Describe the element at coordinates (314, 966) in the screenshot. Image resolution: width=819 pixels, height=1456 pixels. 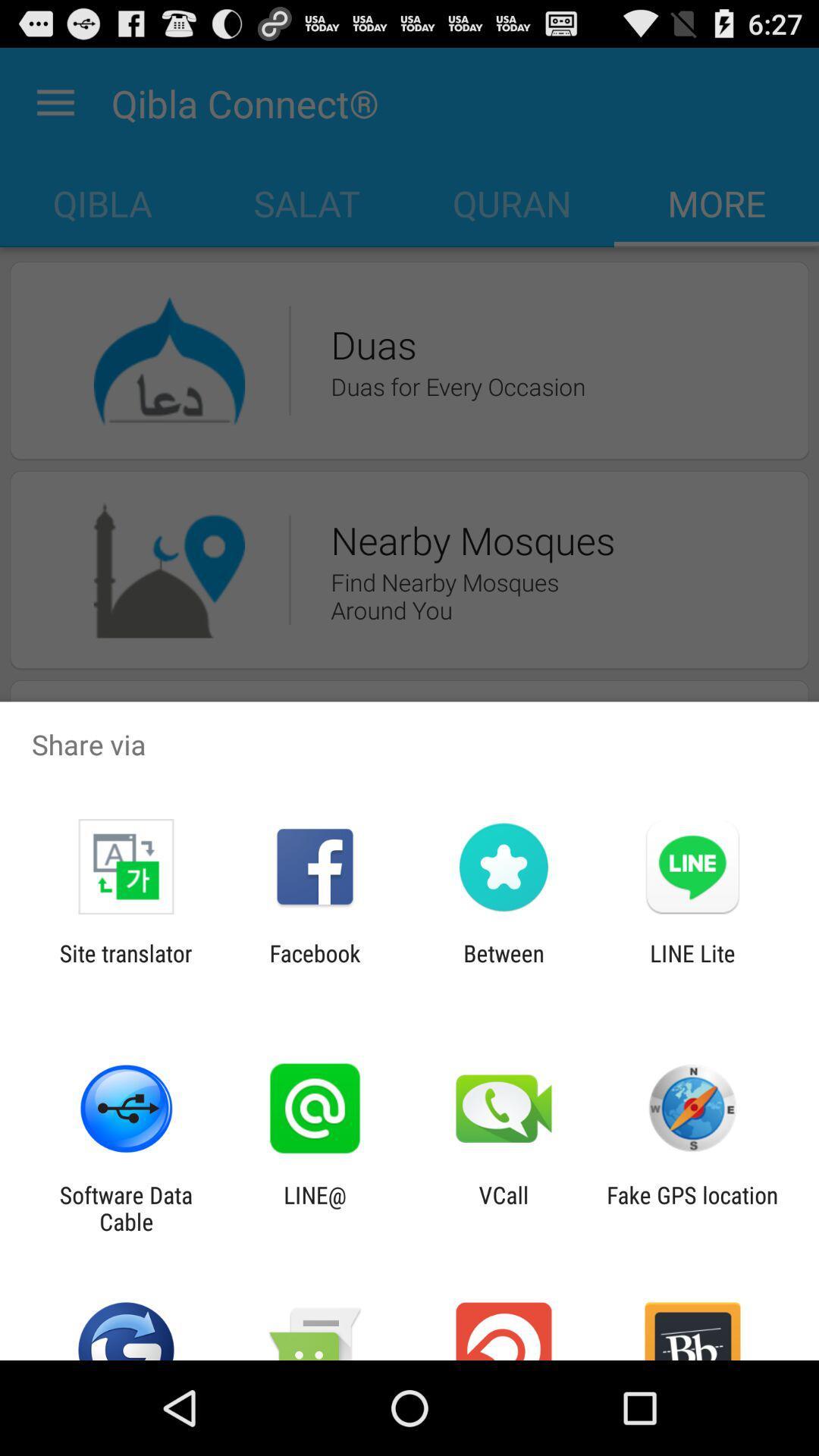
I see `item to the left of between` at that location.